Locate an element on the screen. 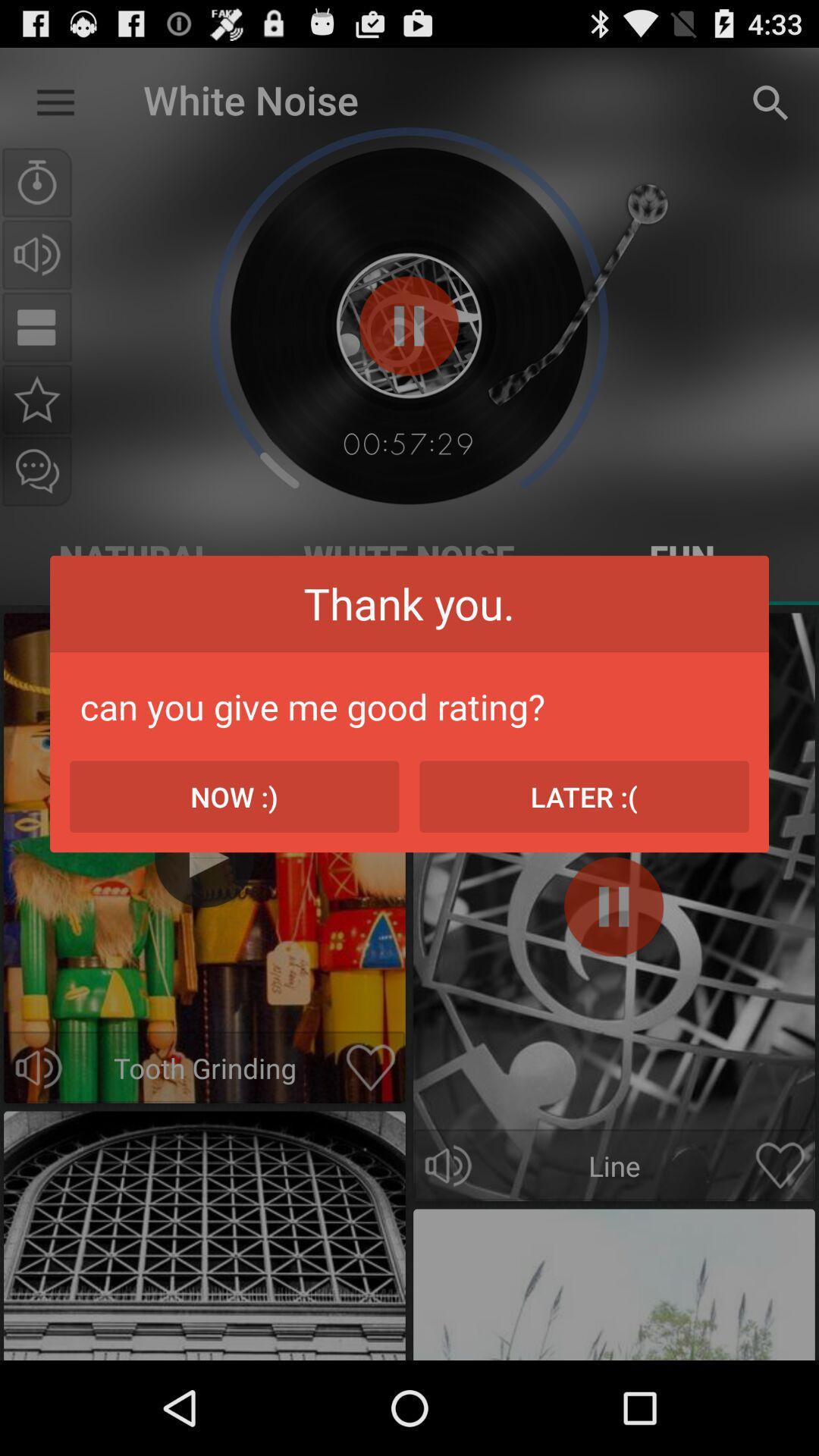 The height and width of the screenshot is (1456, 819). the item next to the later :( item is located at coordinates (234, 795).